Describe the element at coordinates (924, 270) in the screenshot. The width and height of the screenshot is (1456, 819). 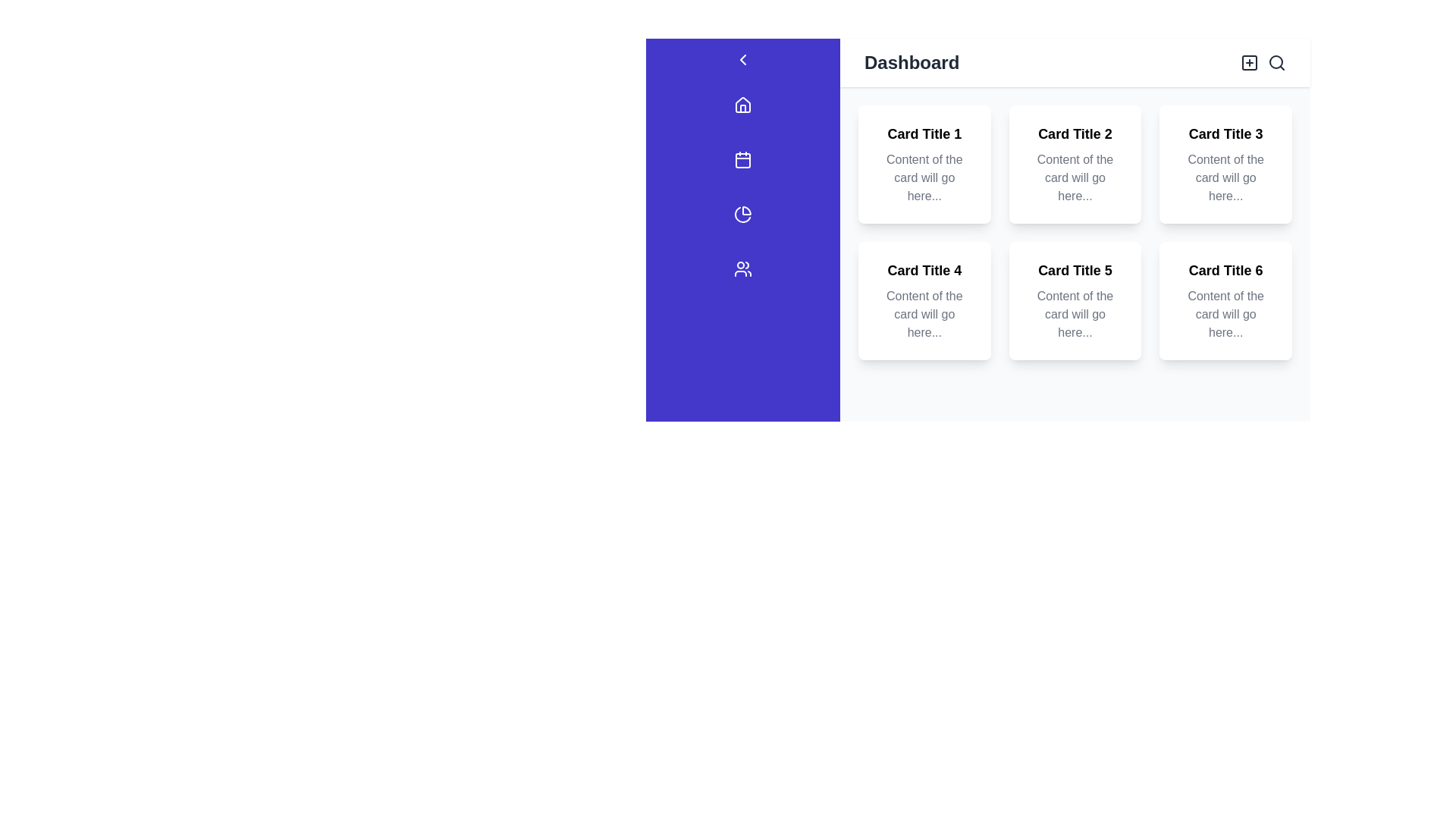
I see `the text label displaying 'Card Title 4', which is prominently featured in bold and large font at the top of the fourth card in a grid layout` at that location.